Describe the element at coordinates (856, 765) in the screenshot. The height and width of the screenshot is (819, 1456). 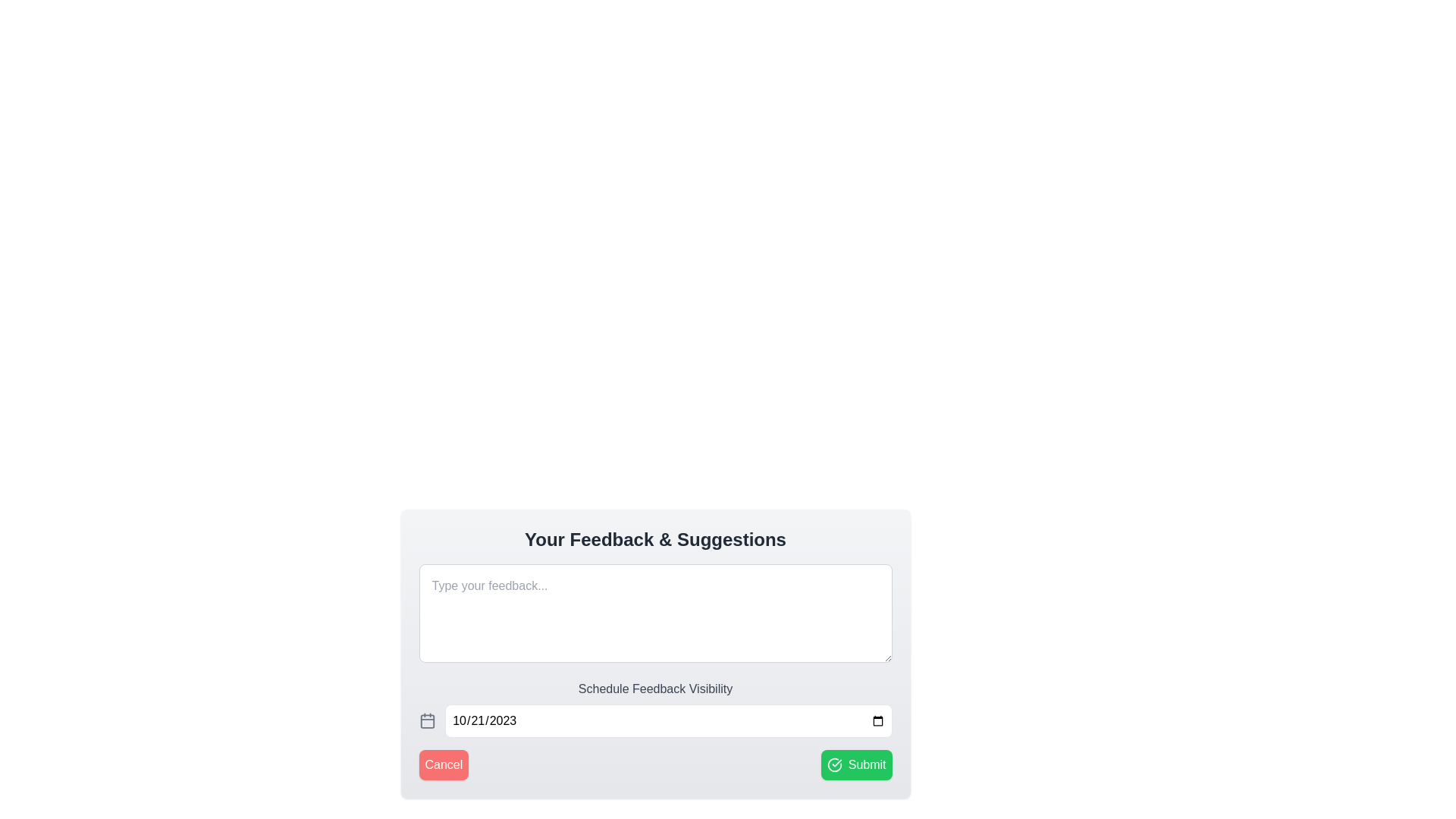
I see `the 'Submit' button located at the bottom-right corner of the interface, next to the 'Cancel' button, to confirm or submit the user's input` at that location.